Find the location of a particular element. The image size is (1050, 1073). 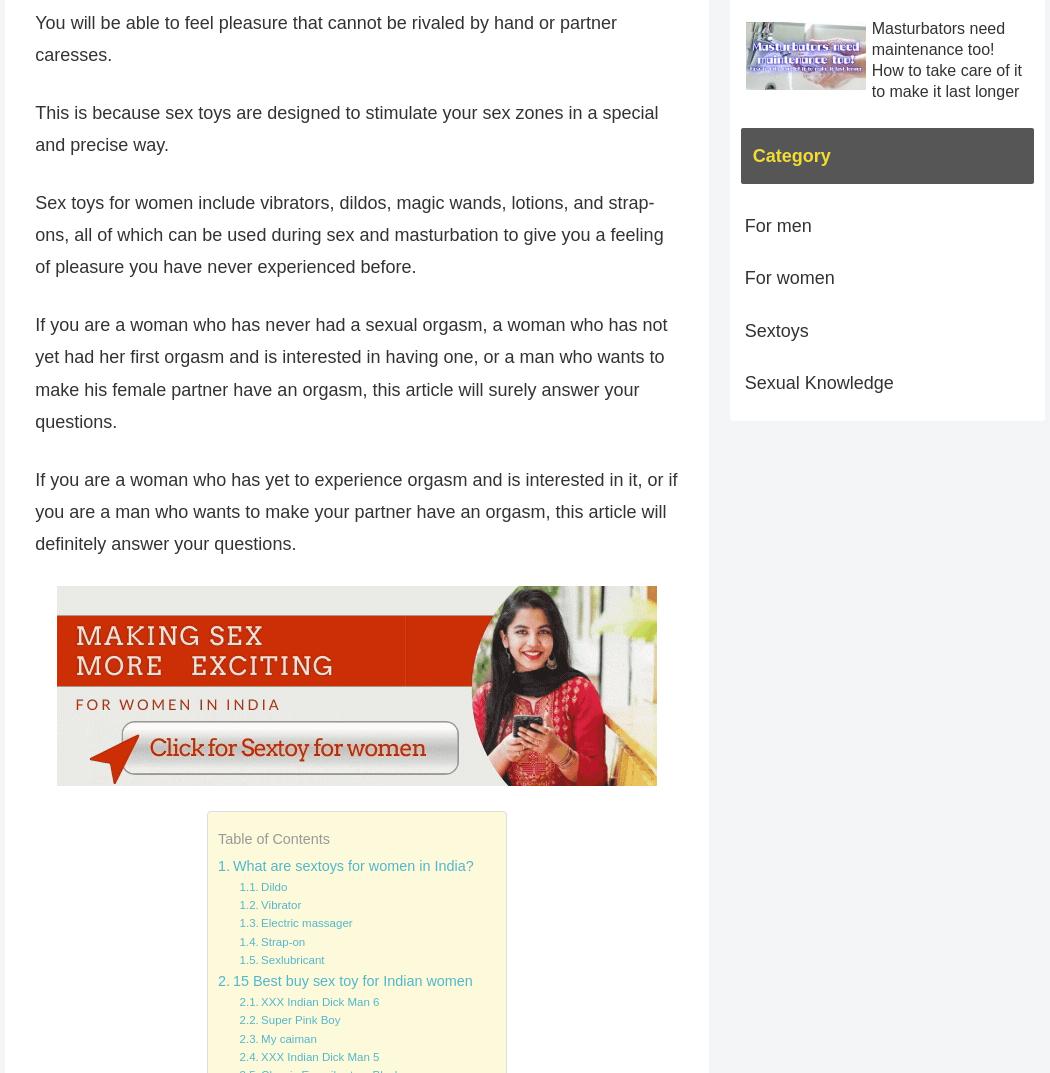

'Super Pink Boy' is located at coordinates (261, 1019).